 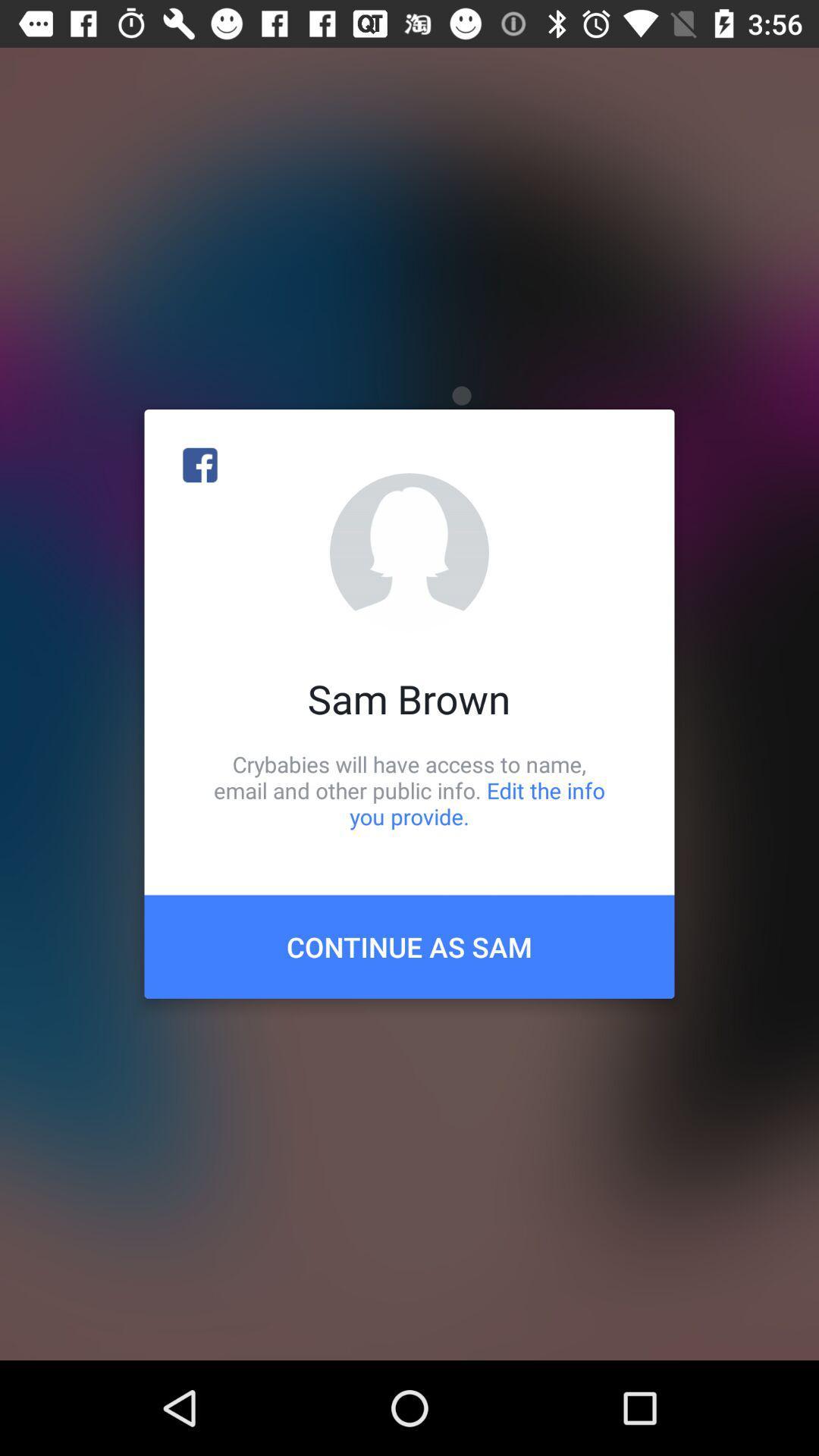 What do you see at coordinates (409, 789) in the screenshot?
I see `the crybabies will have item` at bounding box center [409, 789].